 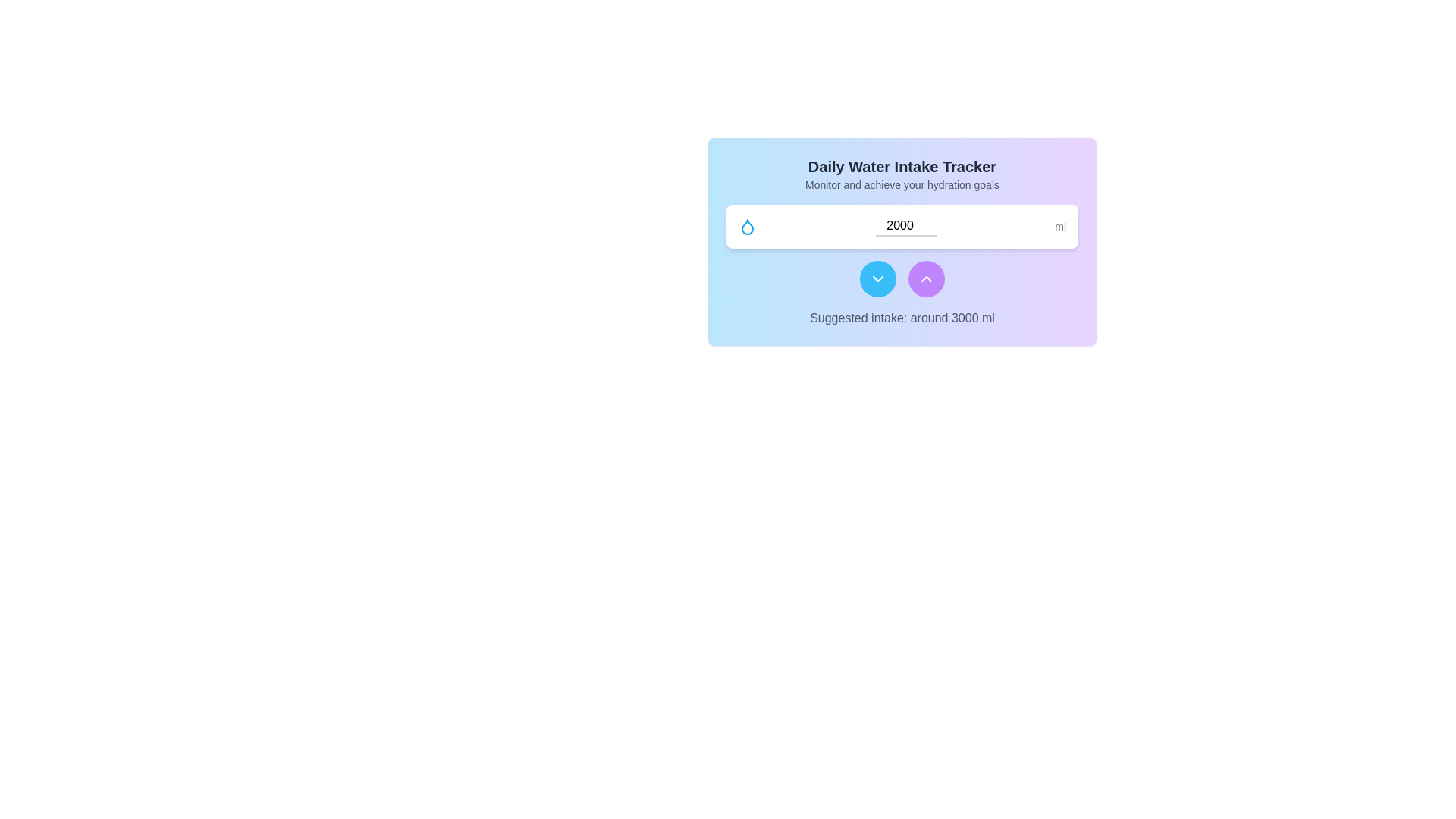 What do you see at coordinates (905, 227) in the screenshot?
I see `the numeric input field displaying '2000'` at bounding box center [905, 227].